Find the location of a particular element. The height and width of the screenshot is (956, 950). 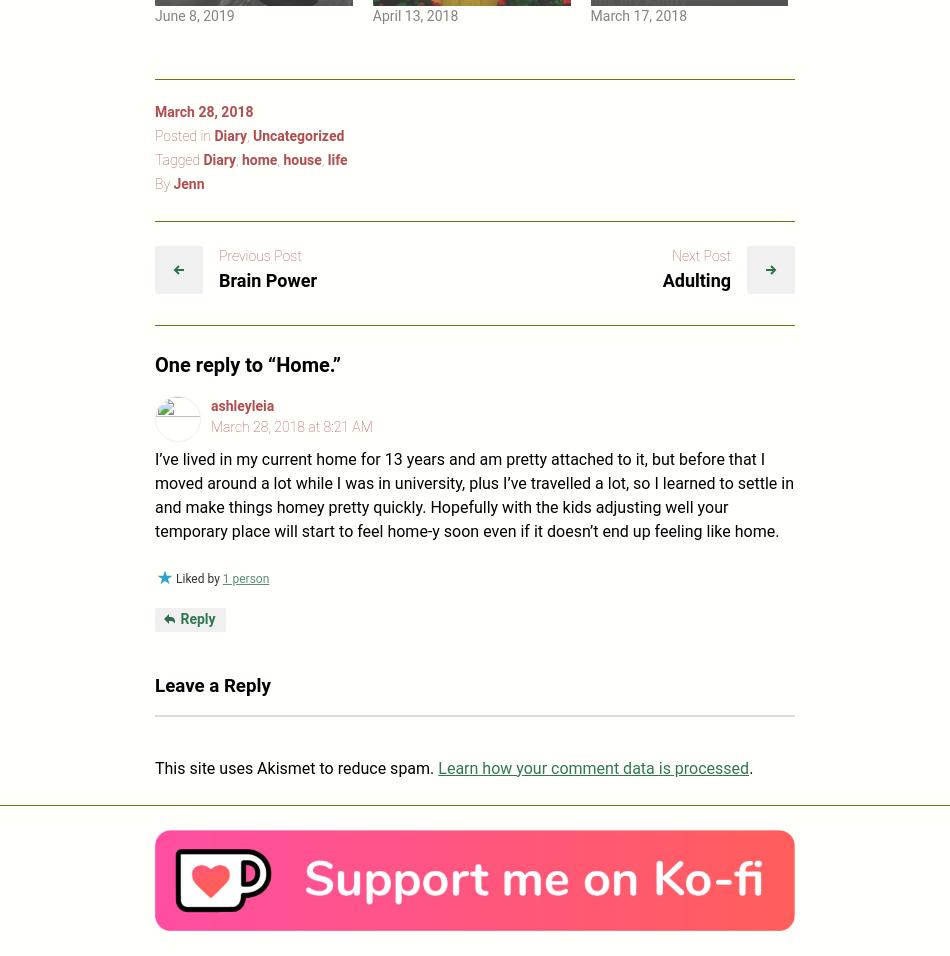

'Tagged' is located at coordinates (178, 158).